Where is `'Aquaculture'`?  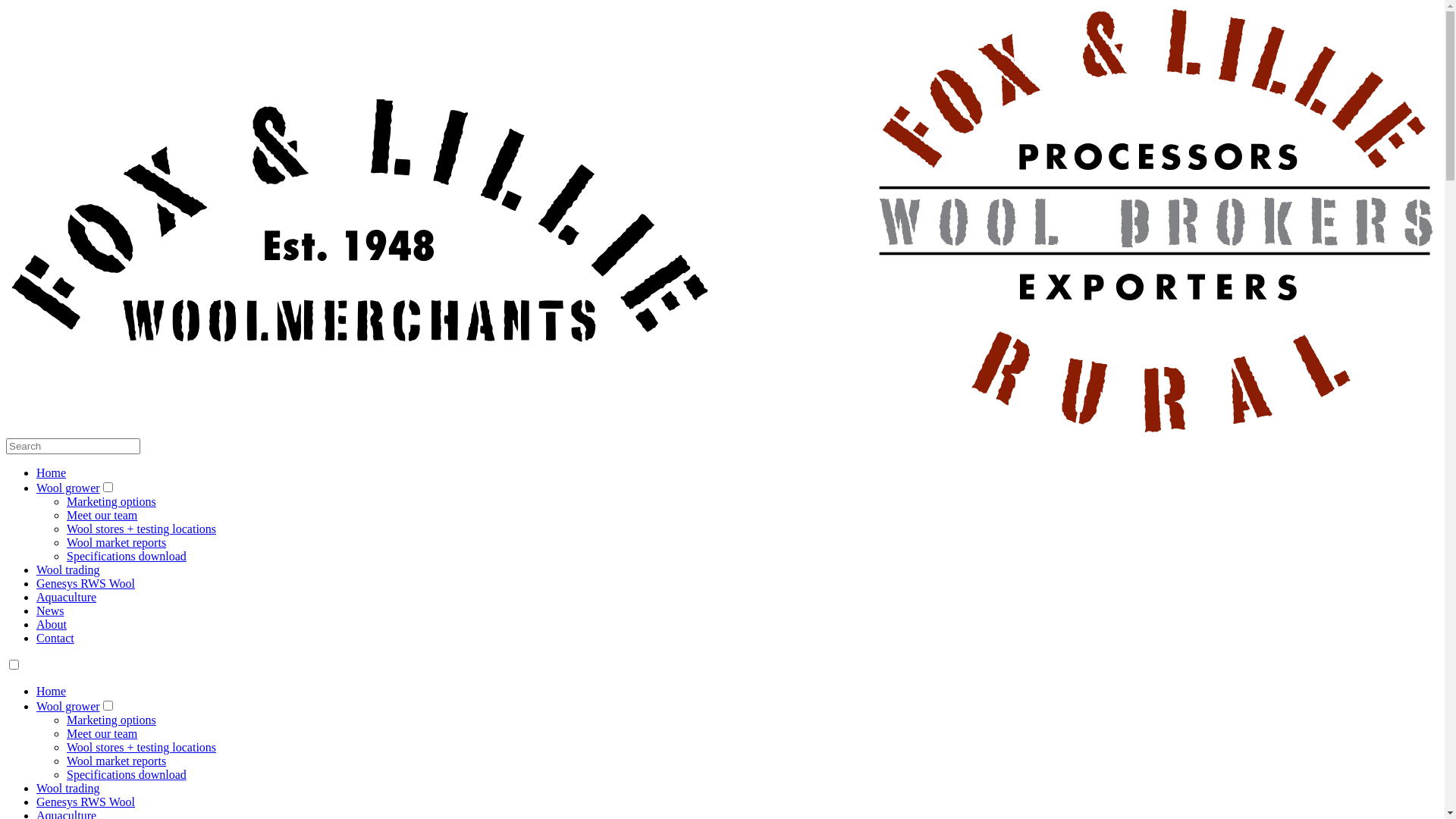 'Aquaculture' is located at coordinates (65, 596).